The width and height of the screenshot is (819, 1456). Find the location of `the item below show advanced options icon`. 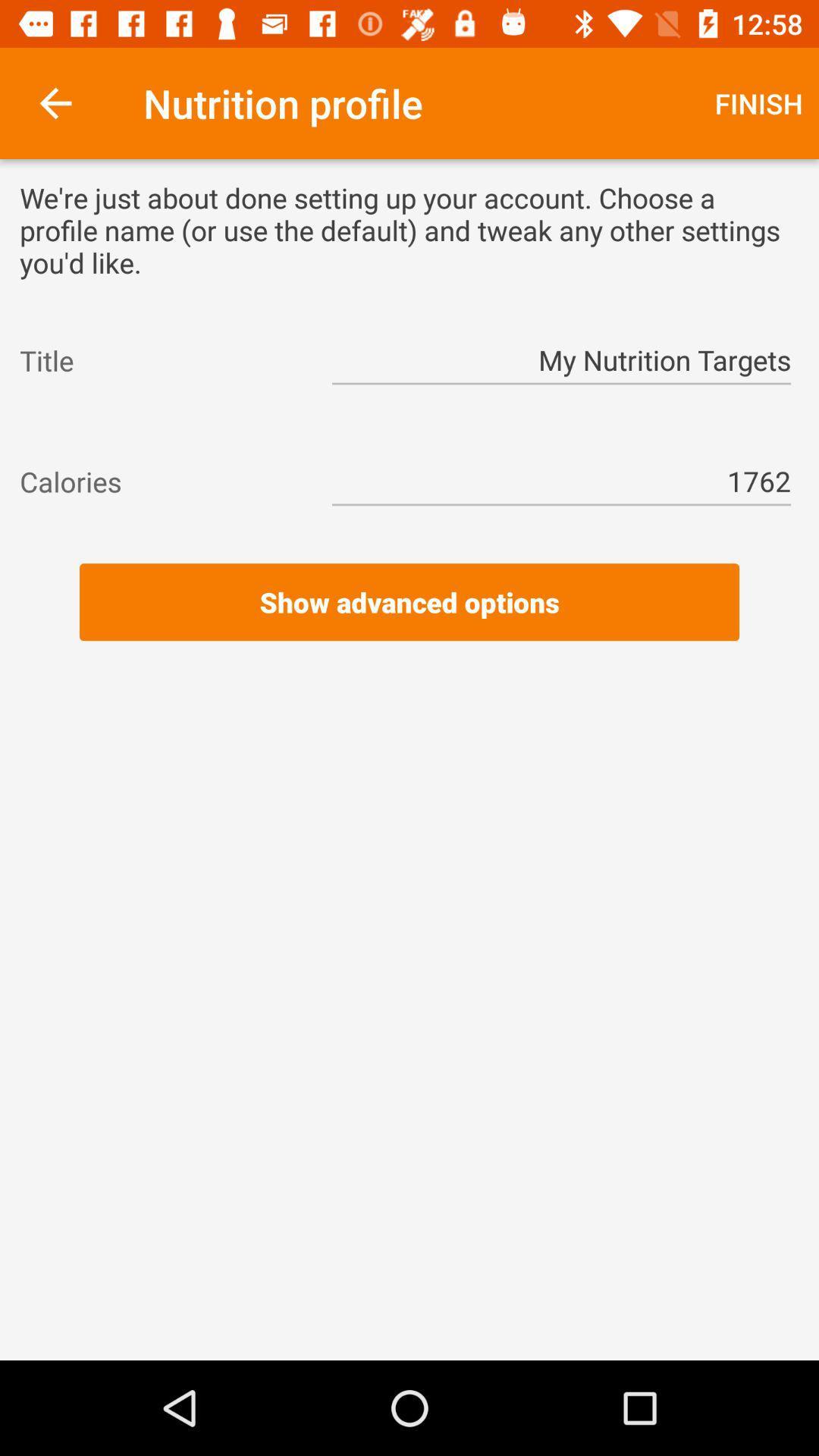

the item below show advanced options icon is located at coordinates (409, 662).